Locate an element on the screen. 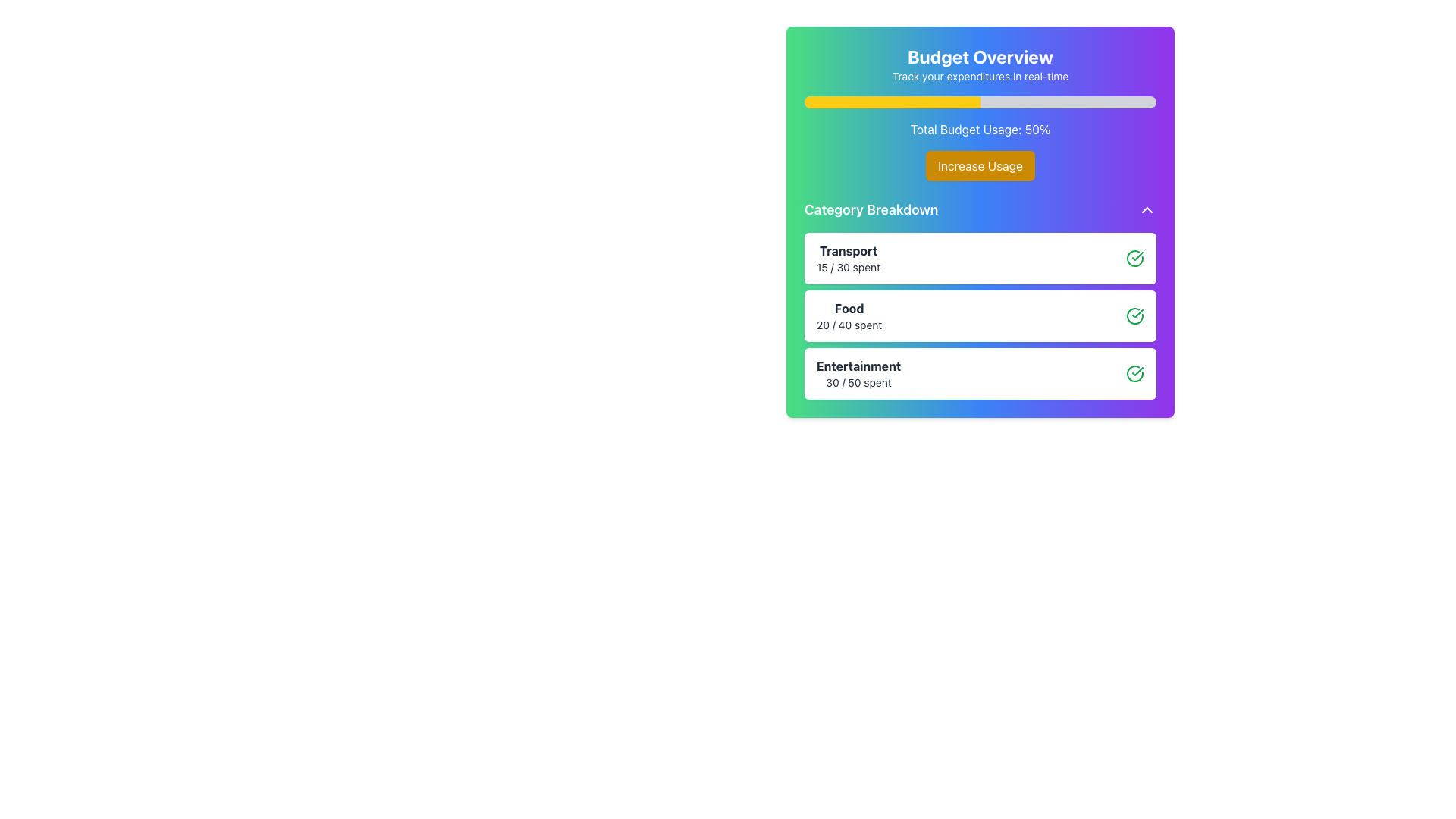 The height and width of the screenshot is (819, 1456). the Progress Bar that visually represents the percentage of total budget usage, indicating 50% completion, located below 'Track your expenditures in real-time' and above 'Total Budget Usage: 50%' is located at coordinates (980, 102).